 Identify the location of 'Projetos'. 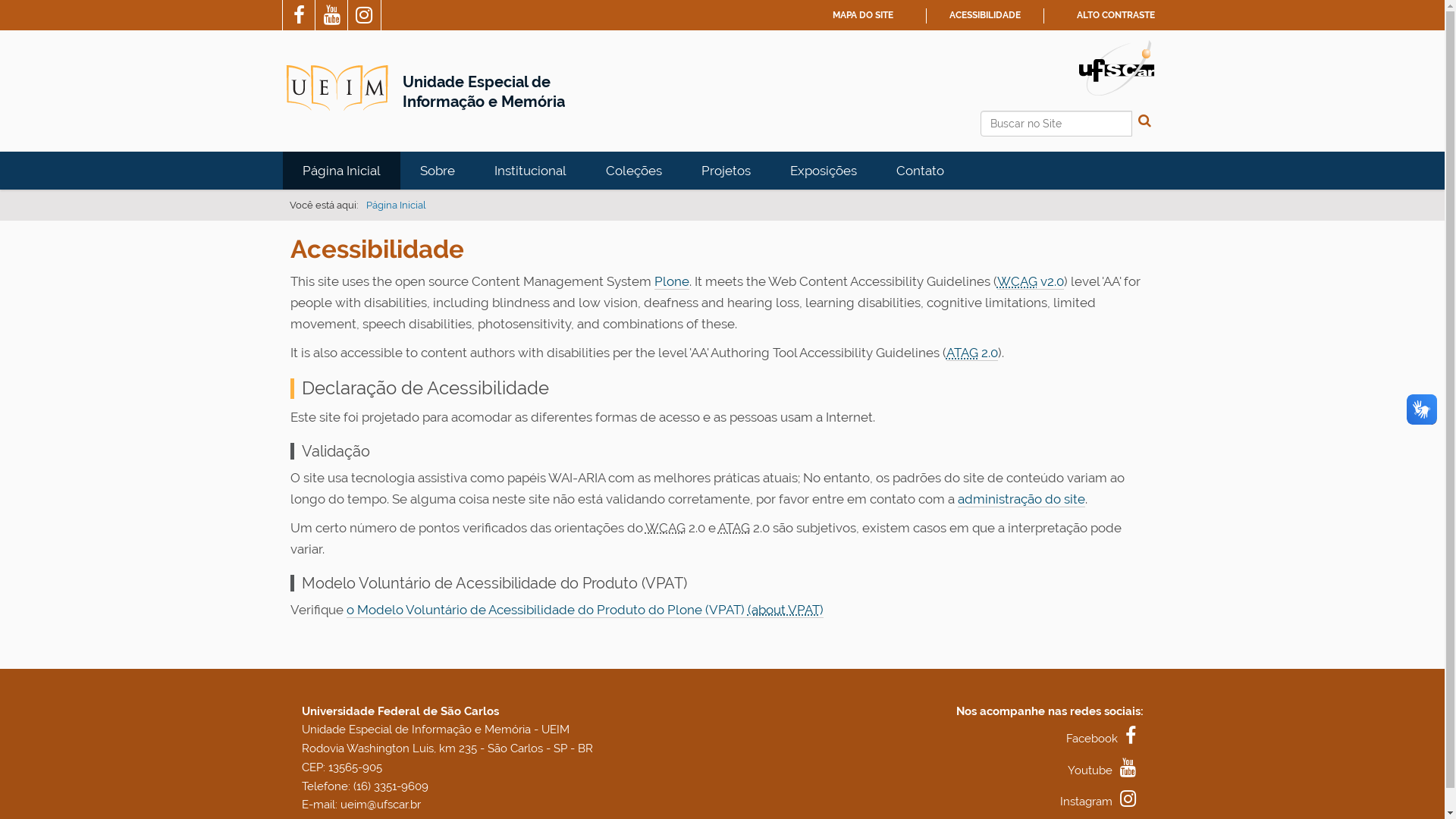
(724, 170).